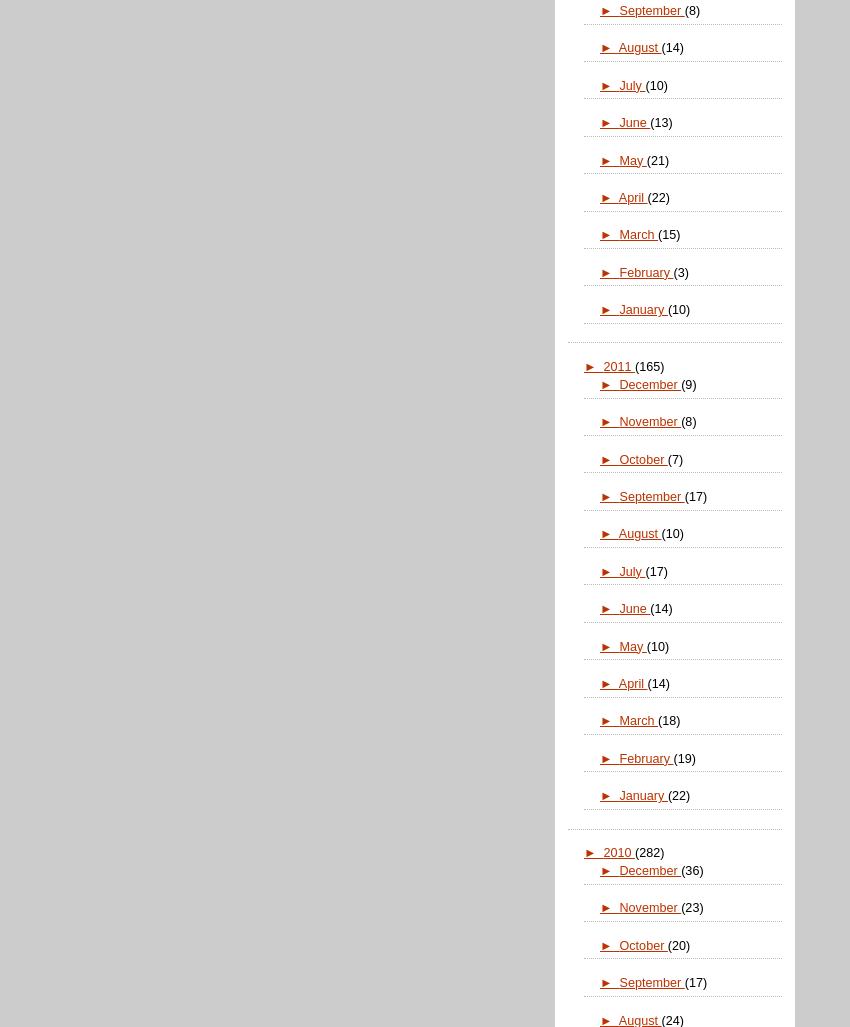  Describe the element at coordinates (680, 906) in the screenshot. I see `'(23)'` at that location.